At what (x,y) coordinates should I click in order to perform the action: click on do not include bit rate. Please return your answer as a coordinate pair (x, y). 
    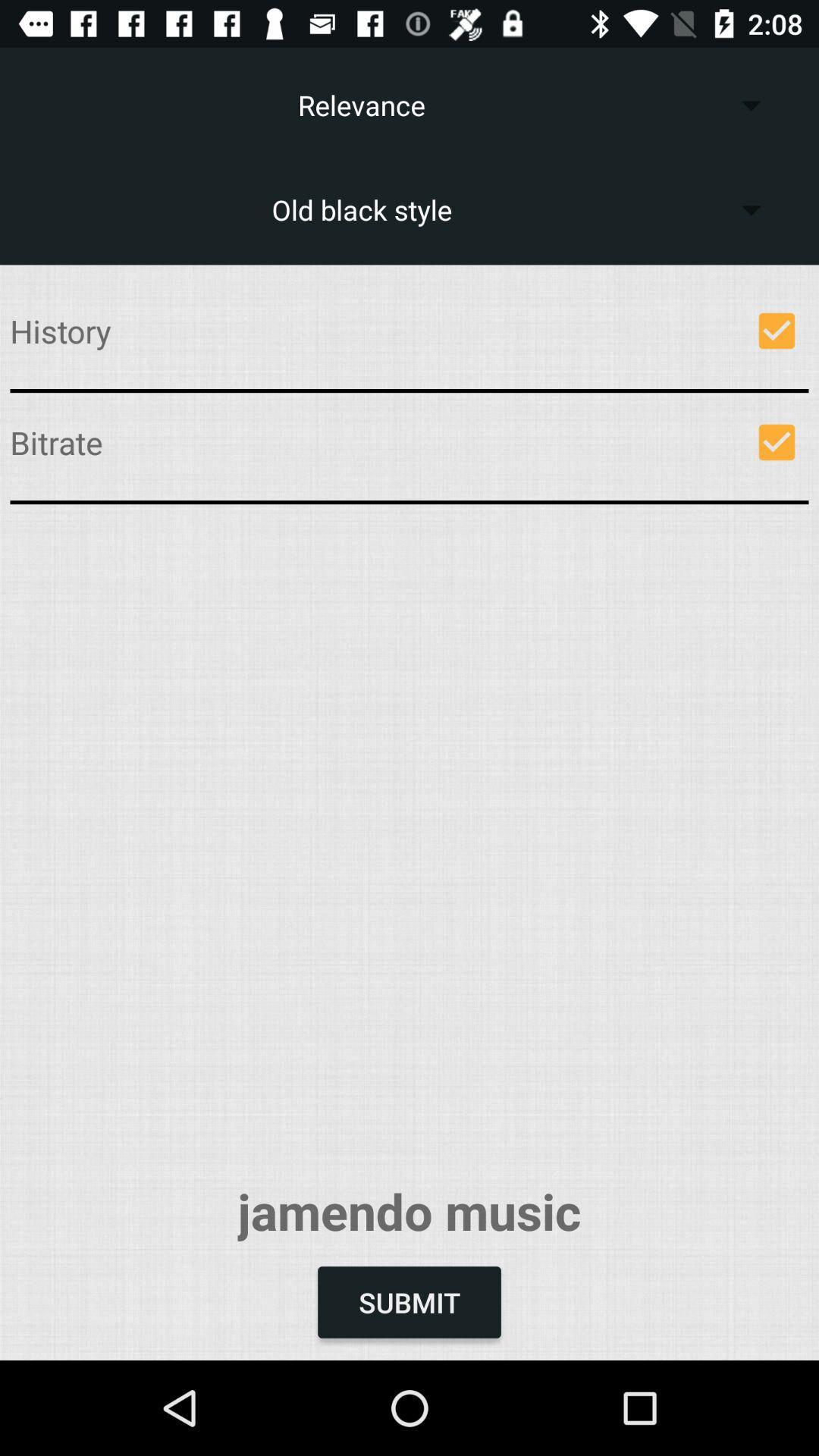
    Looking at the image, I should click on (777, 441).